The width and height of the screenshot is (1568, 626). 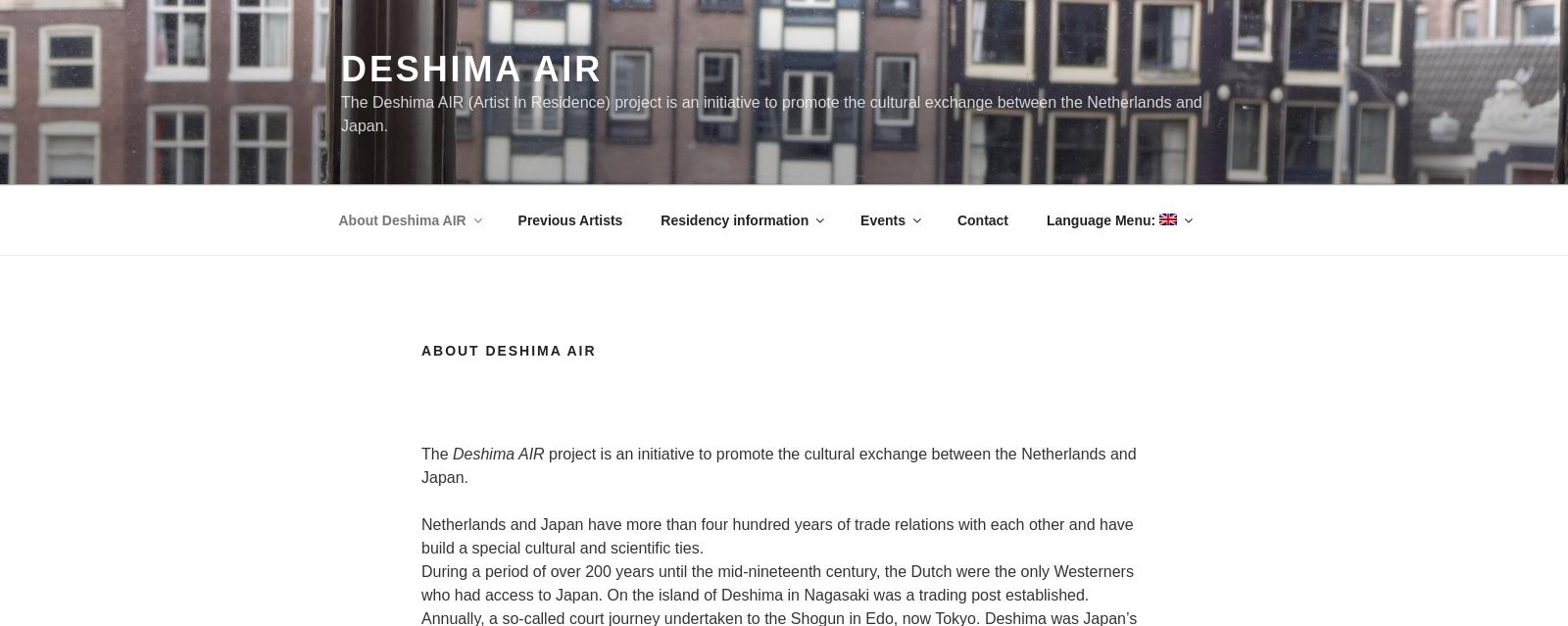 What do you see at coordinates (435, 453) in the screenshot?
I see `'The'` at bounding box center [435, 453].